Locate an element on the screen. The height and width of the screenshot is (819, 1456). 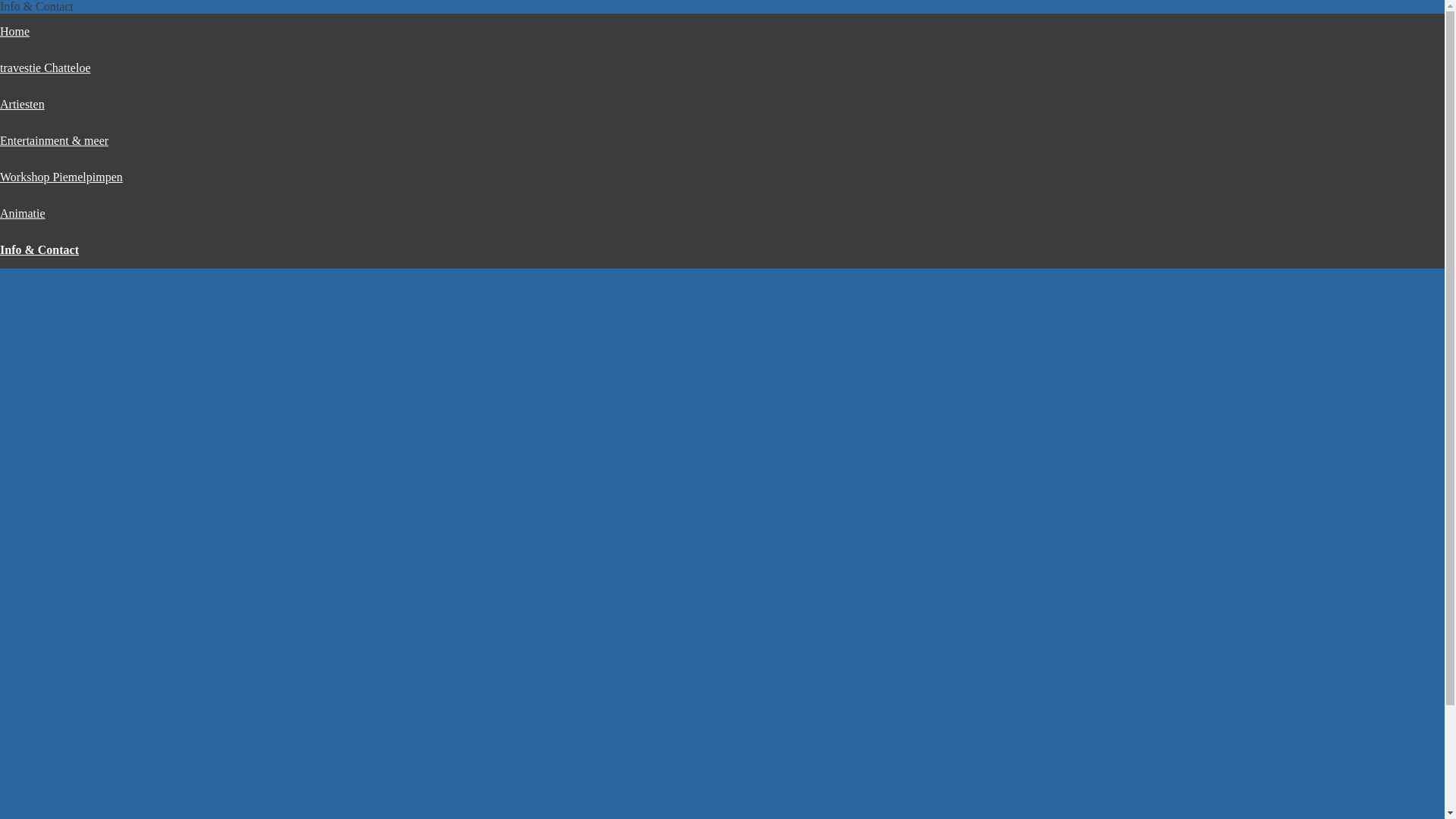
'Home' is located at coordinates (14, 31).